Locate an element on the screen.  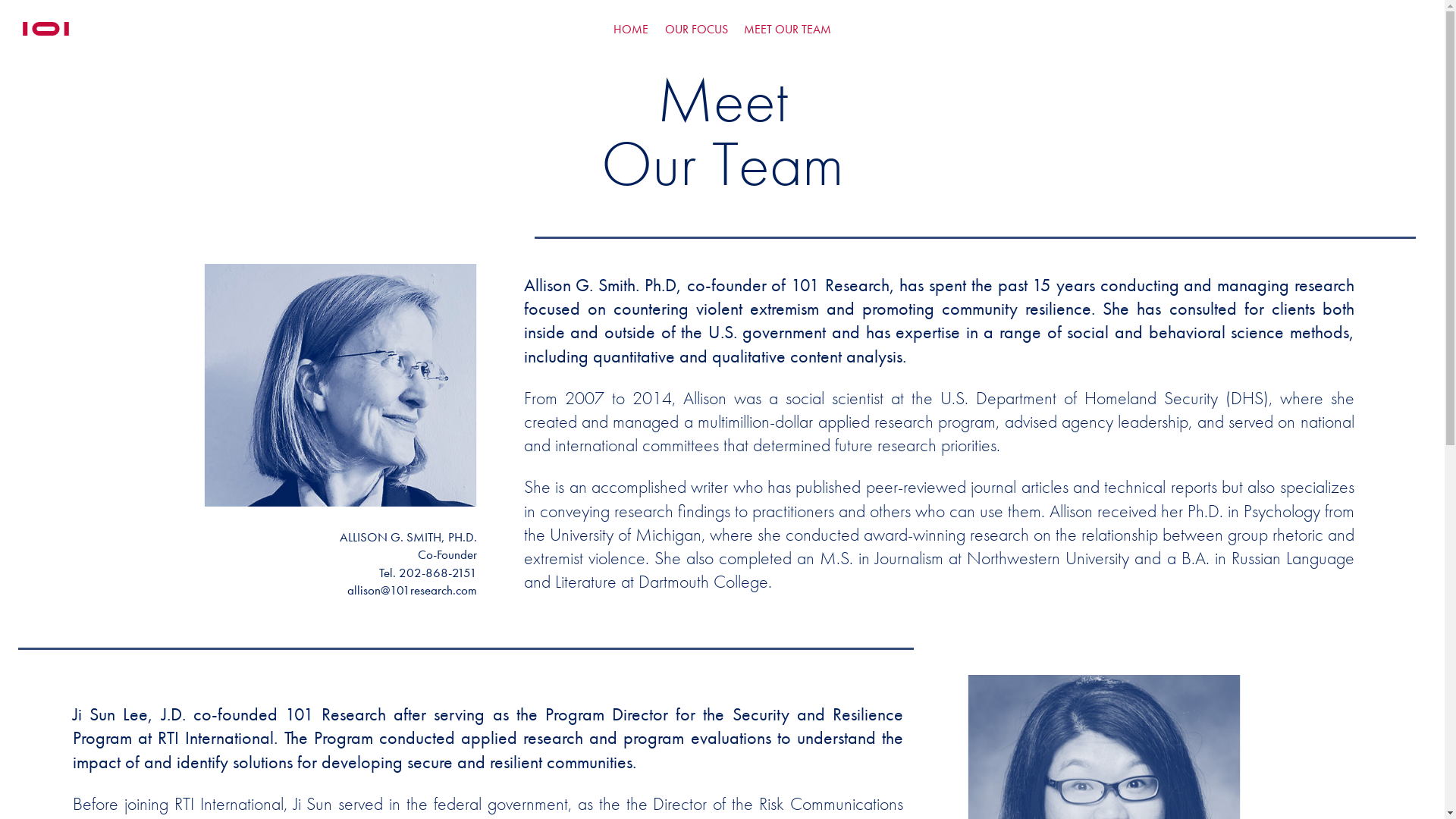
'MEET OUR TEAM' is located at coordinates (787, 29).